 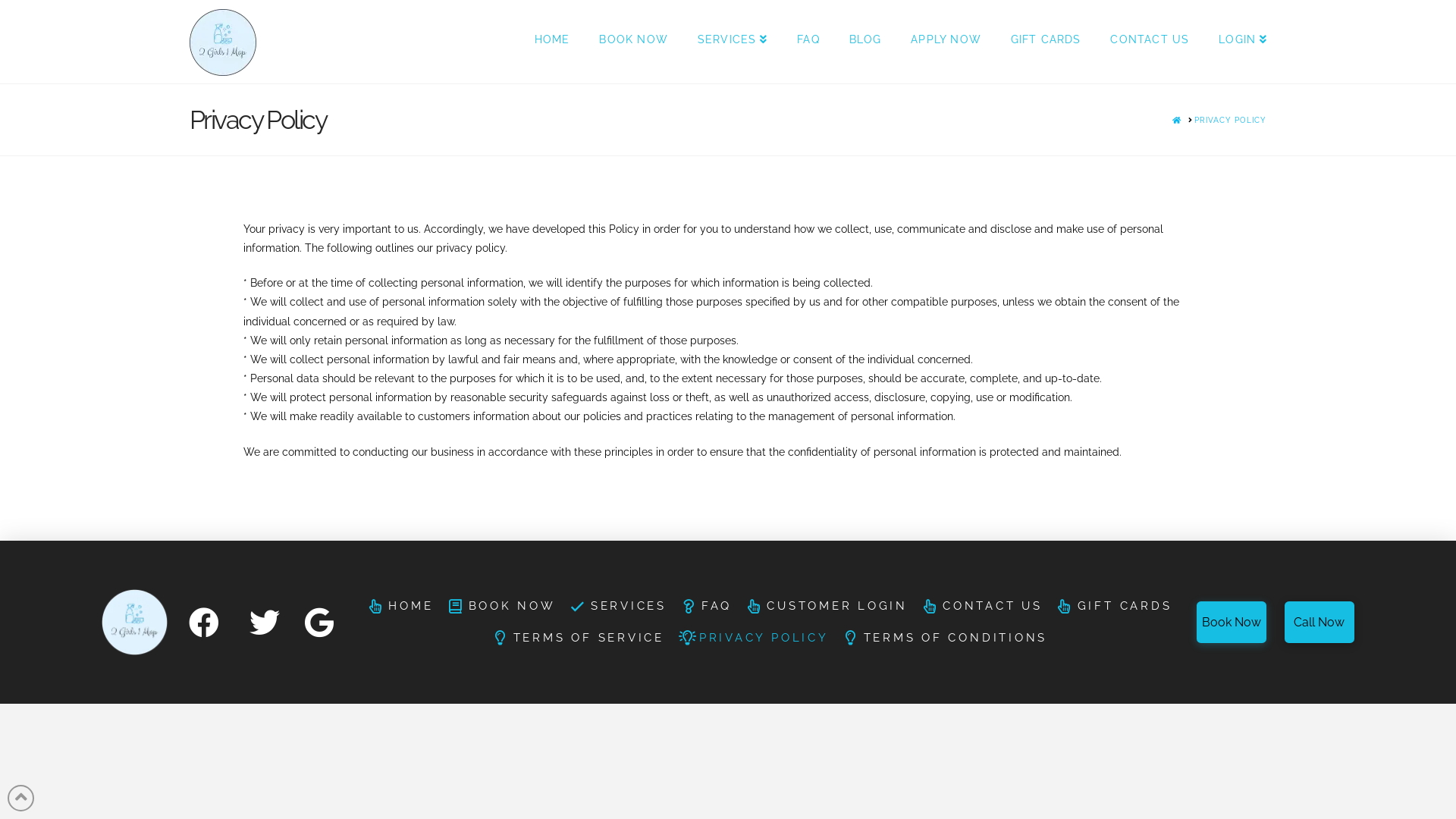 What do you see at coordinates (7, 797) in the screenshot?
I see `'Back to Top'` at bounding box center [7, 797].